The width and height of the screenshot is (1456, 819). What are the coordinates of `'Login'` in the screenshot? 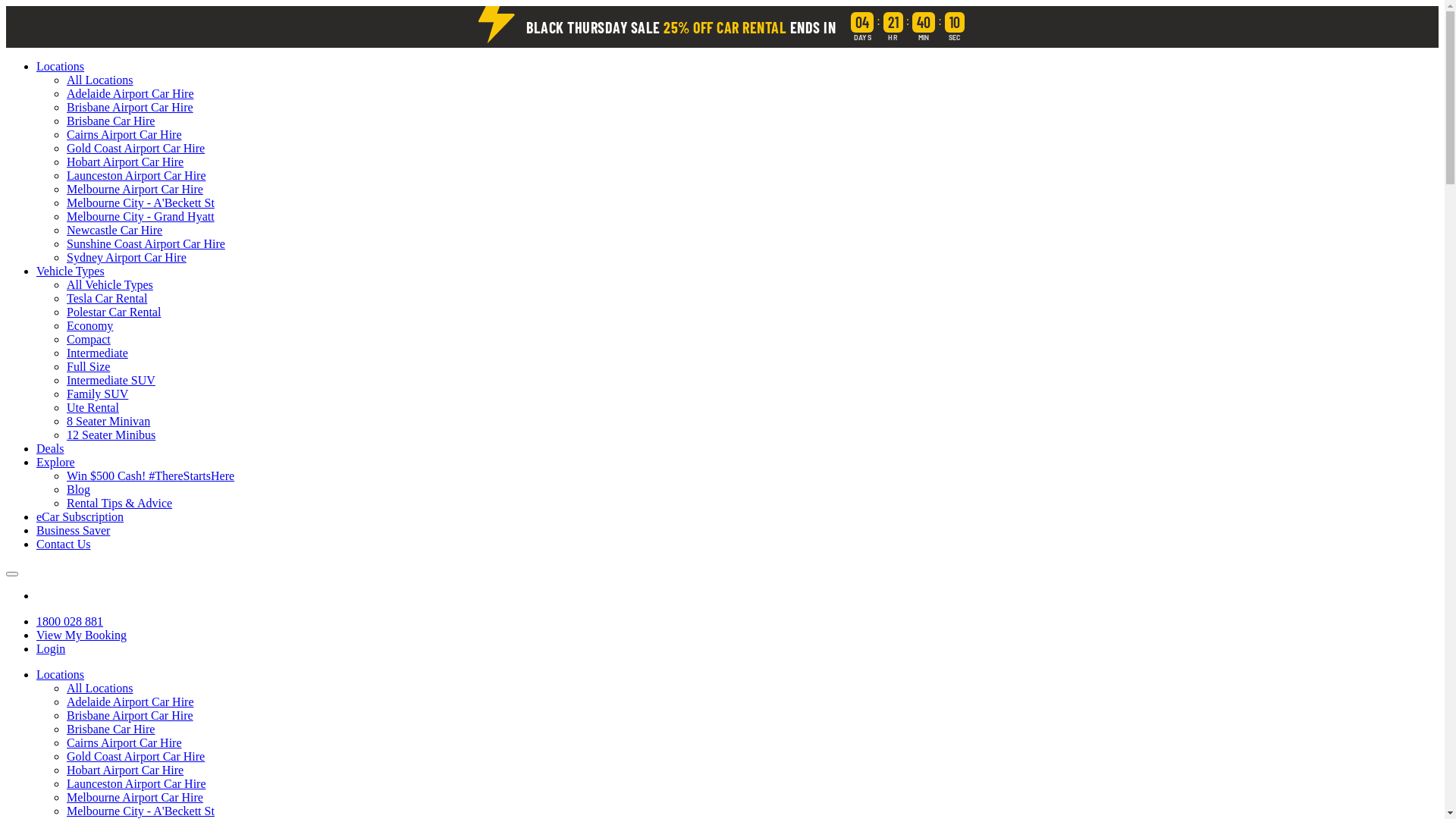 It's located at (51, 648).